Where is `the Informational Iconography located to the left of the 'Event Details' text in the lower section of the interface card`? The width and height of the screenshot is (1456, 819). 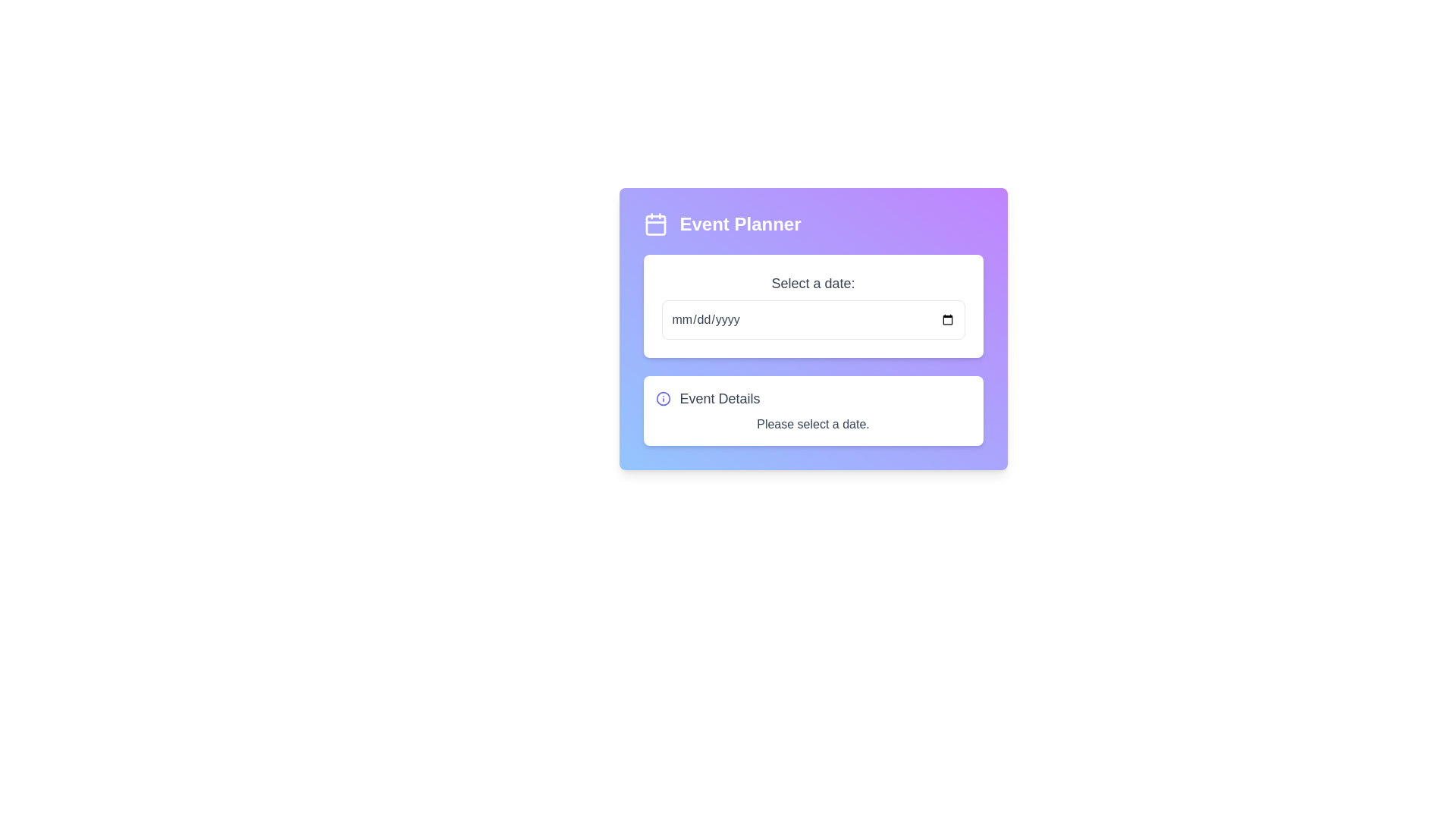 the Informational Iconography located to the left of the 'Event Details' text in the lower section of the interface card is located at coordinates (663, 397).